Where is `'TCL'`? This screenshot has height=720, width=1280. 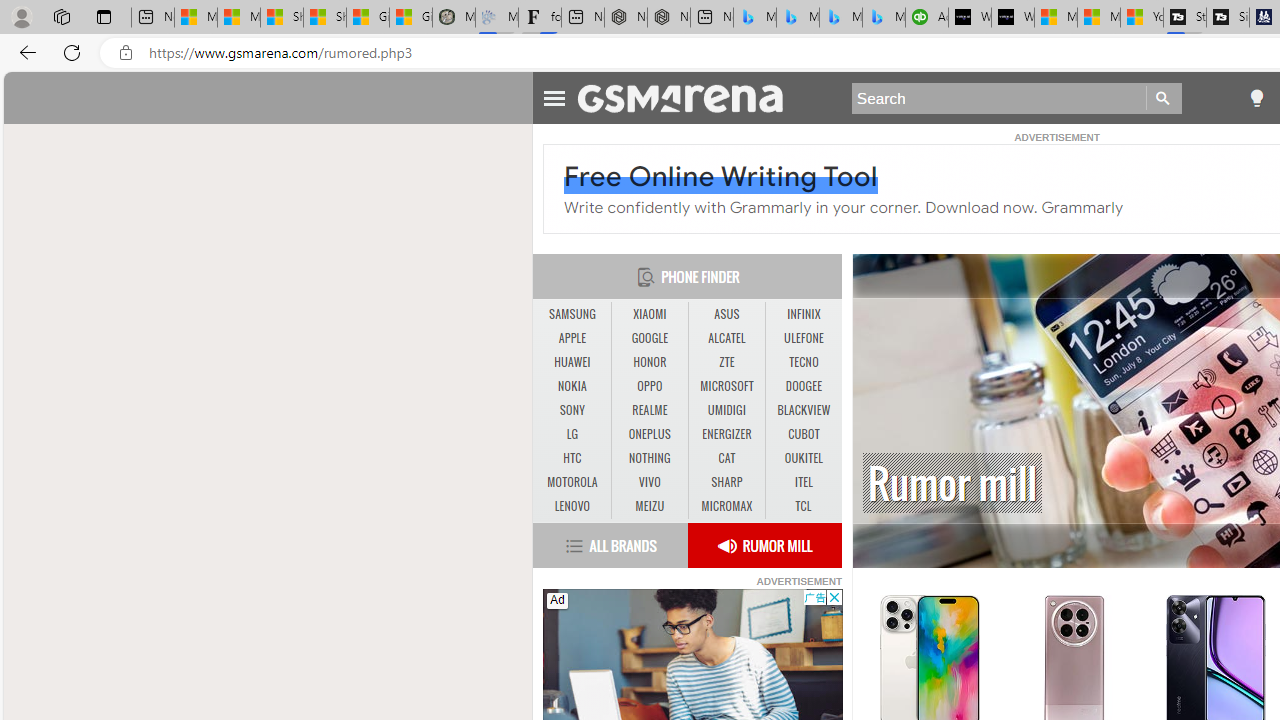 'TCL' is located at coordinates (803, 505).